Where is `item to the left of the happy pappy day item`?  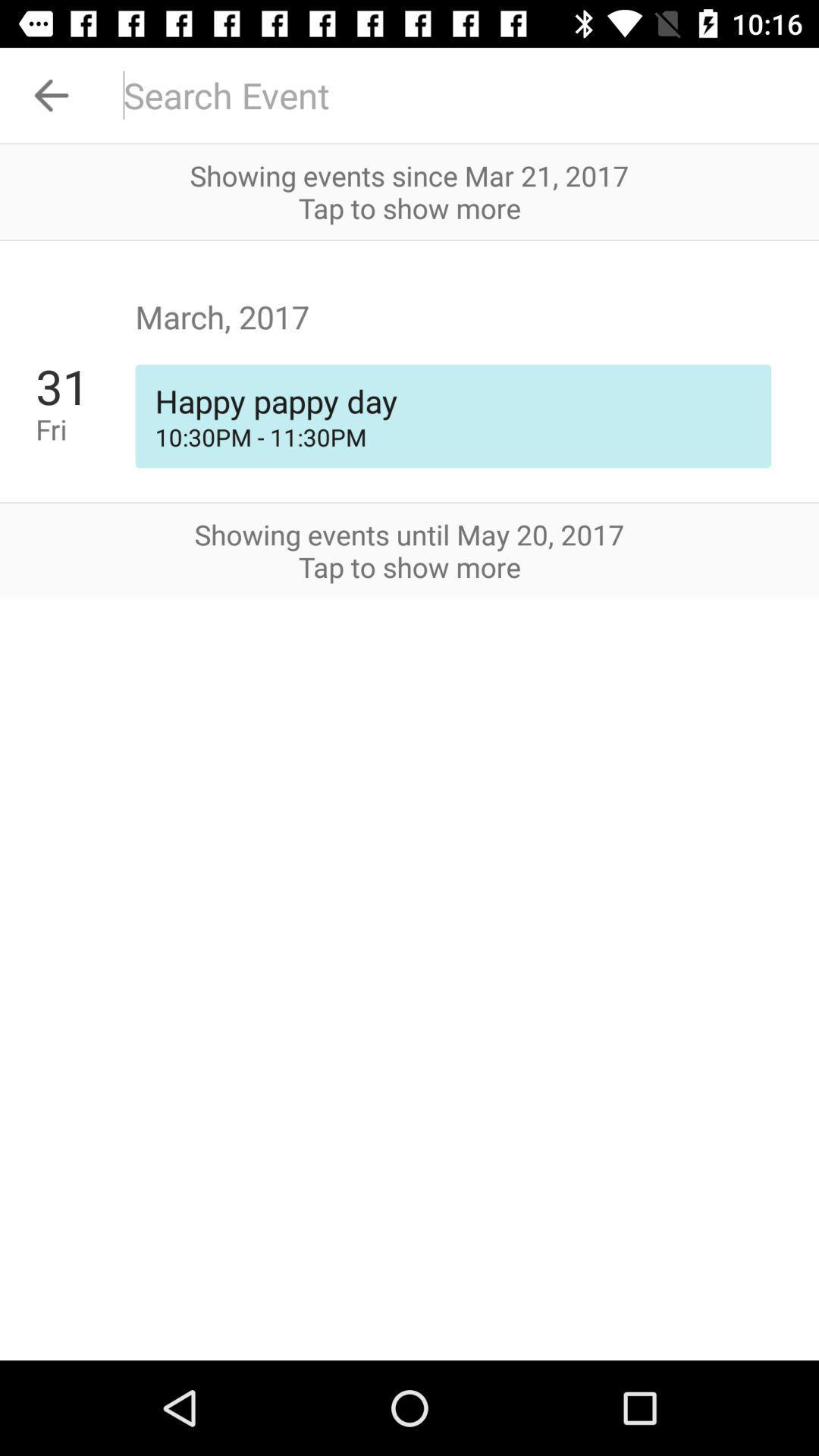
item to the left of the happy pappy day item is located at coordinates (85, 428).